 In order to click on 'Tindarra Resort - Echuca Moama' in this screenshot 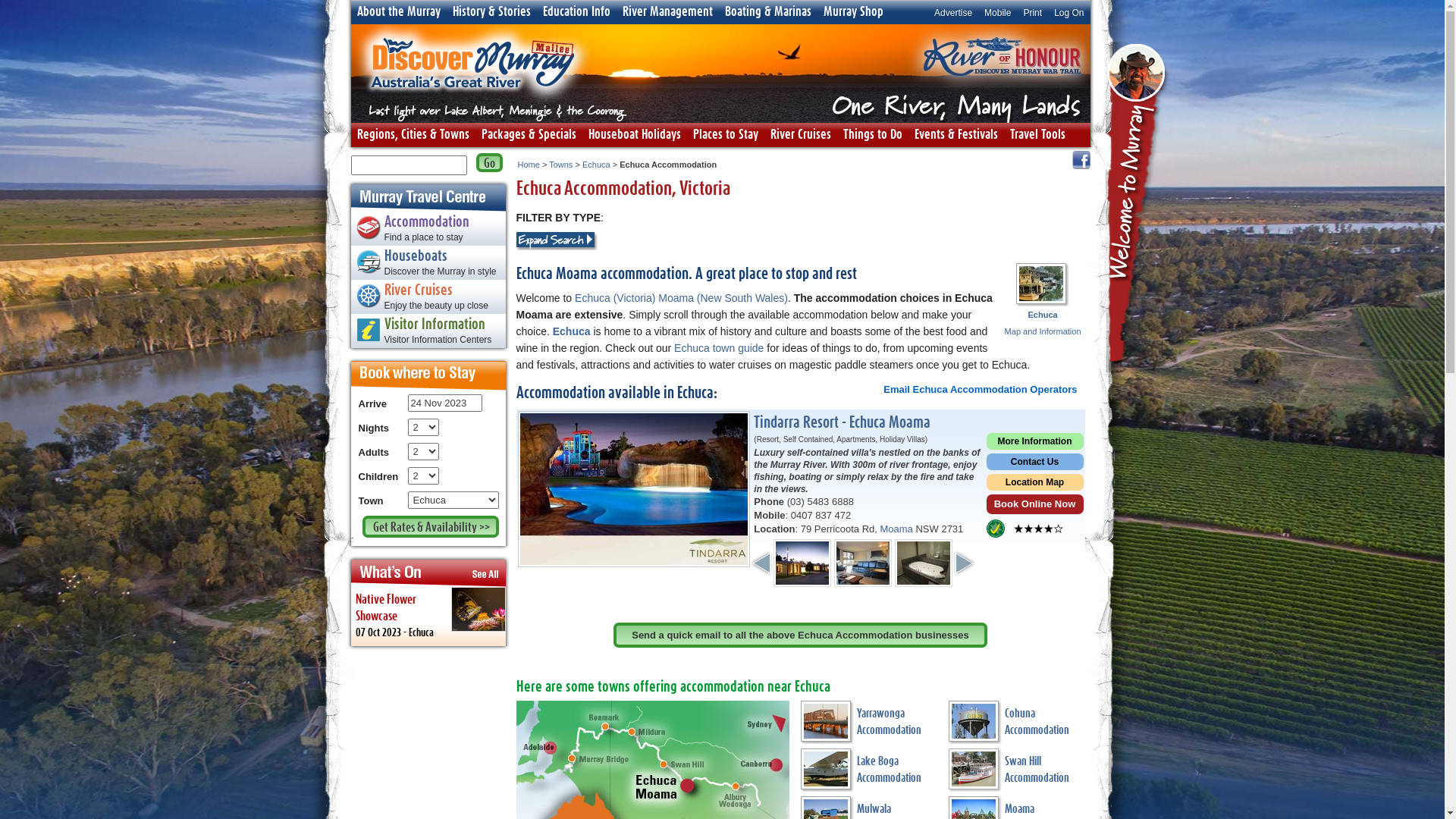, I will do `click(841, 422)`.